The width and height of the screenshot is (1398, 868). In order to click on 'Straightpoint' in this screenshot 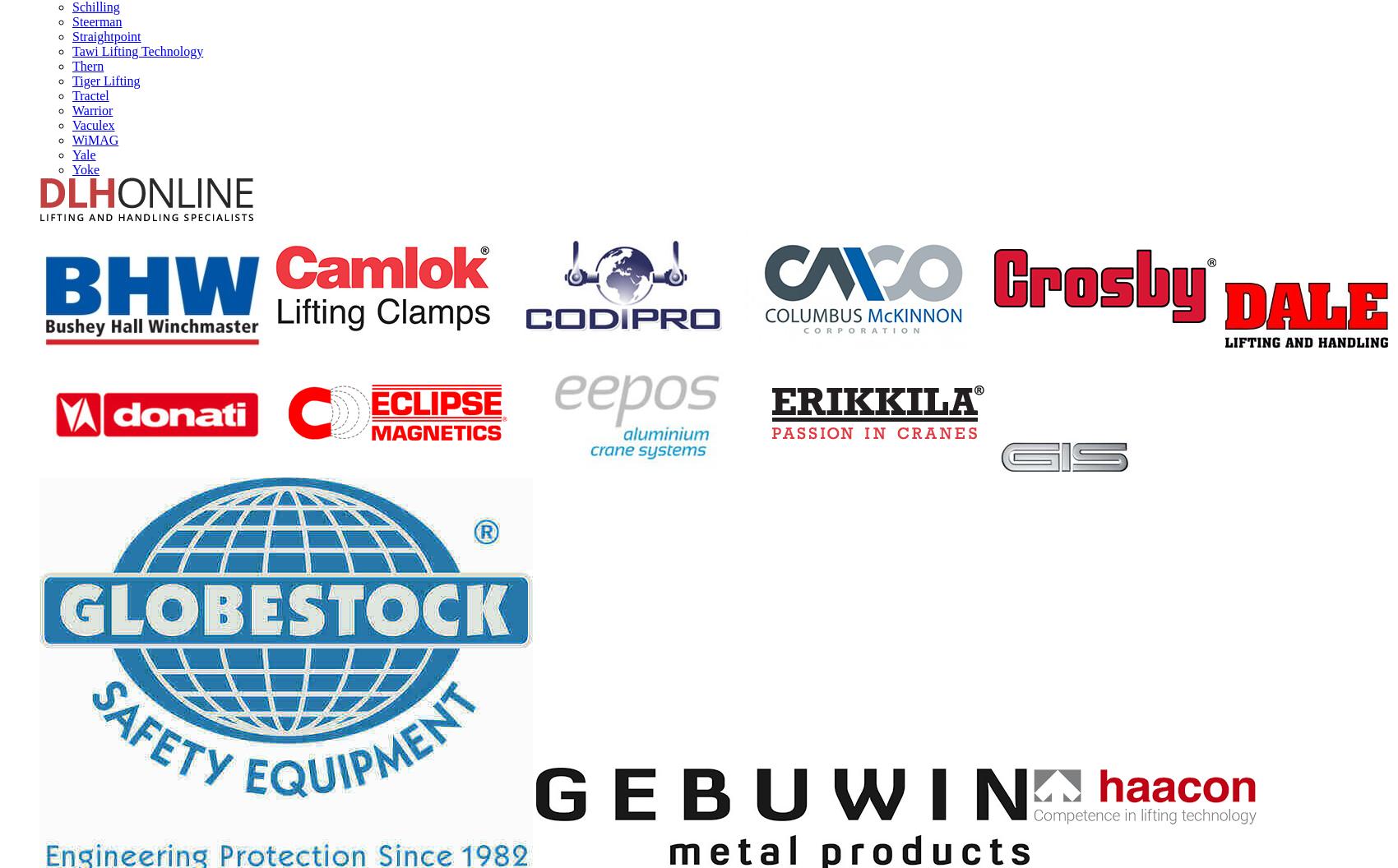, I will do `click(72, 35)`.